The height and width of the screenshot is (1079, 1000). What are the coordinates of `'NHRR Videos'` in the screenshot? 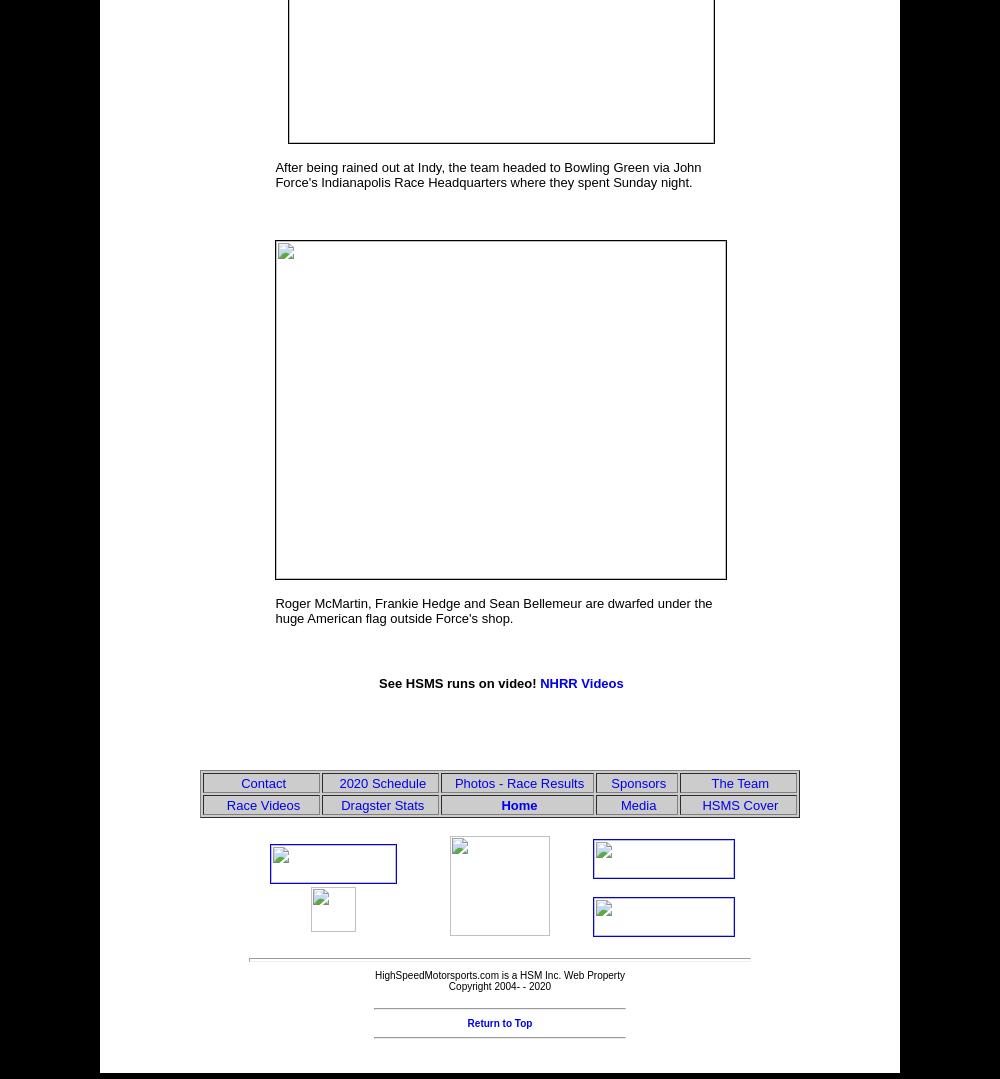 It's located at (580, 683).